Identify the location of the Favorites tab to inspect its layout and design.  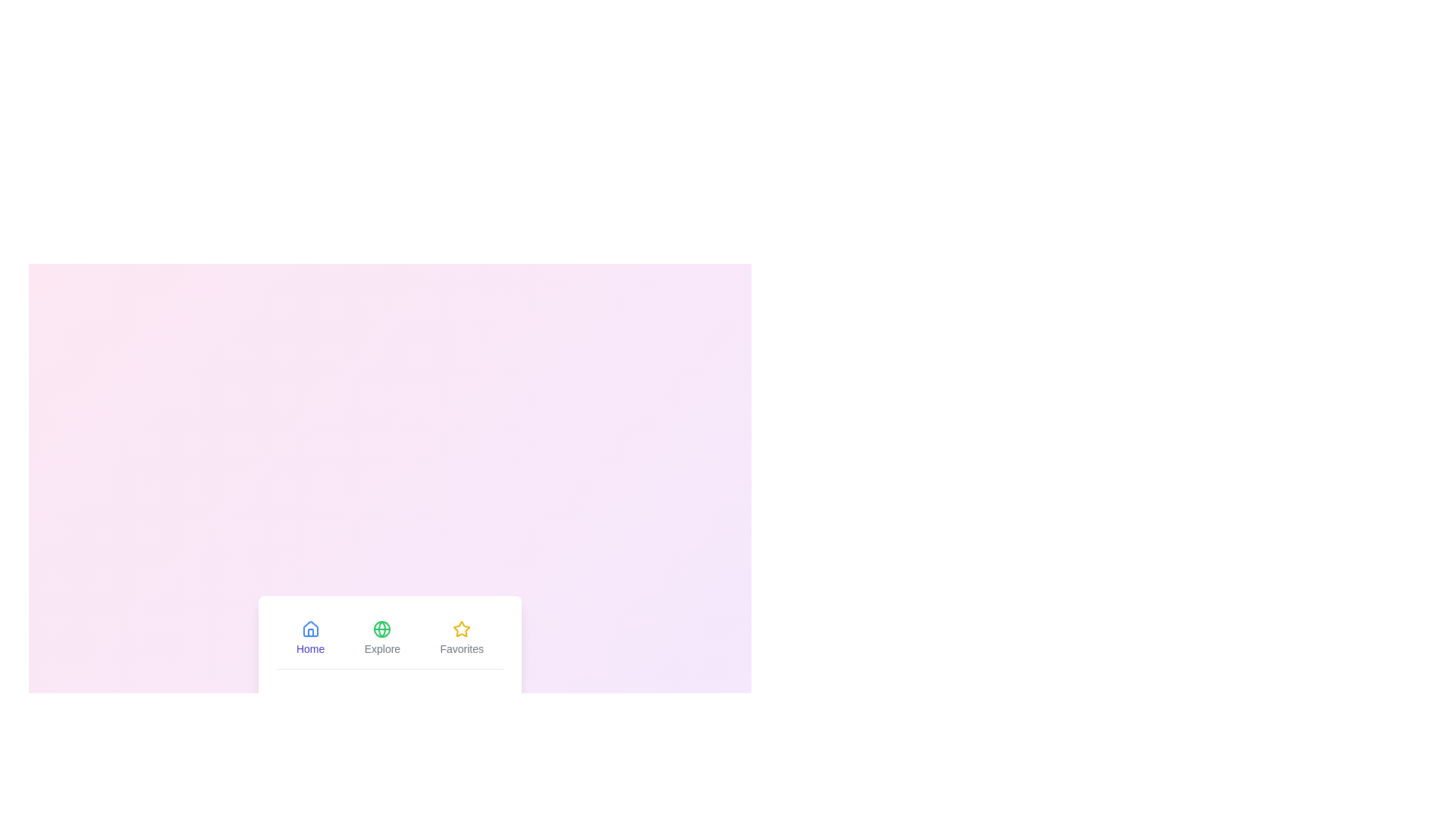
(461, 637).